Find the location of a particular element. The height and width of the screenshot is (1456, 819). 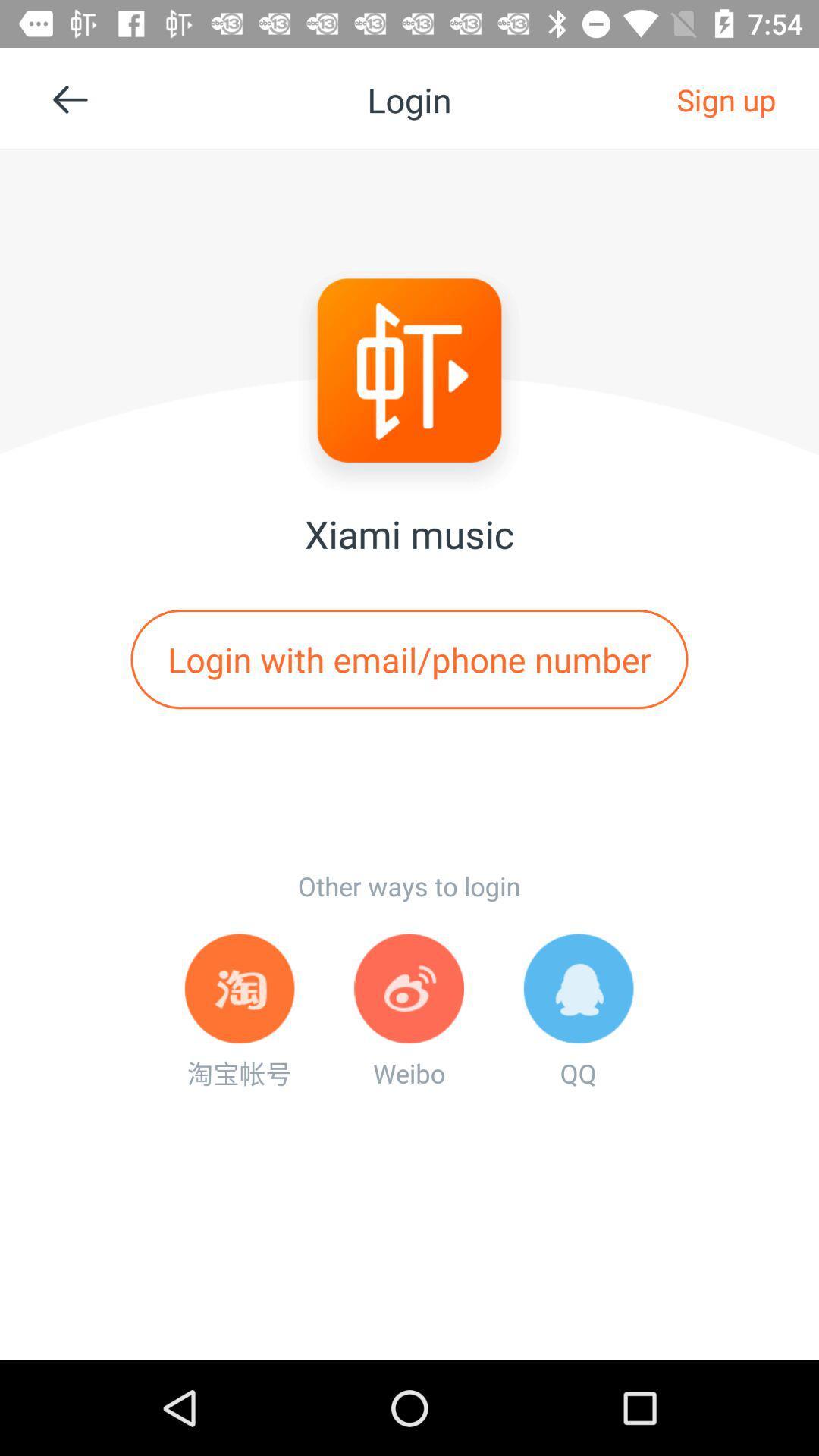

item next to weibo is located at coordinates (579, 1012).